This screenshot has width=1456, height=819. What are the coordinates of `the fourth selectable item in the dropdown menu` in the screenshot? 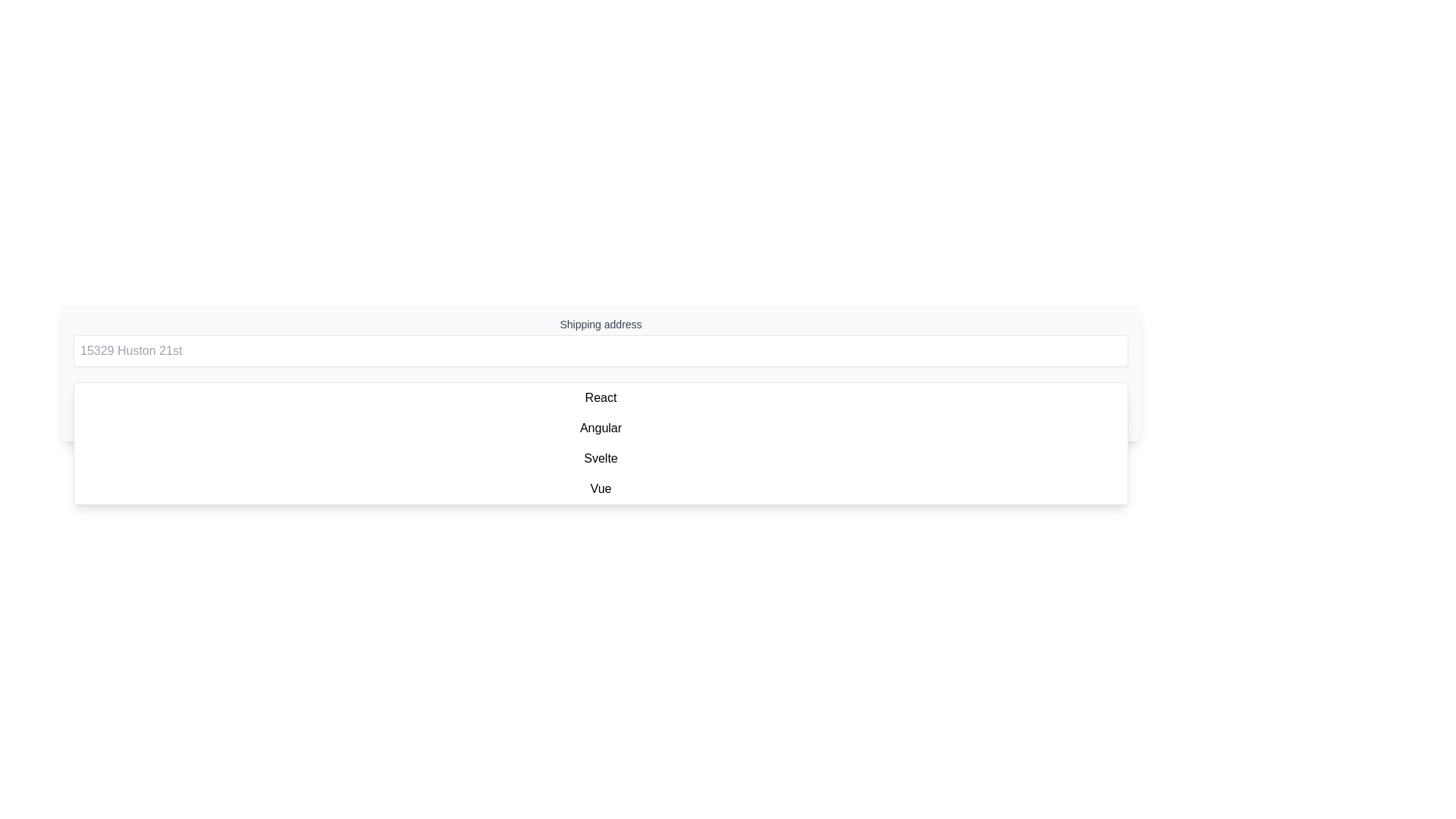 It's located at (600, 488).